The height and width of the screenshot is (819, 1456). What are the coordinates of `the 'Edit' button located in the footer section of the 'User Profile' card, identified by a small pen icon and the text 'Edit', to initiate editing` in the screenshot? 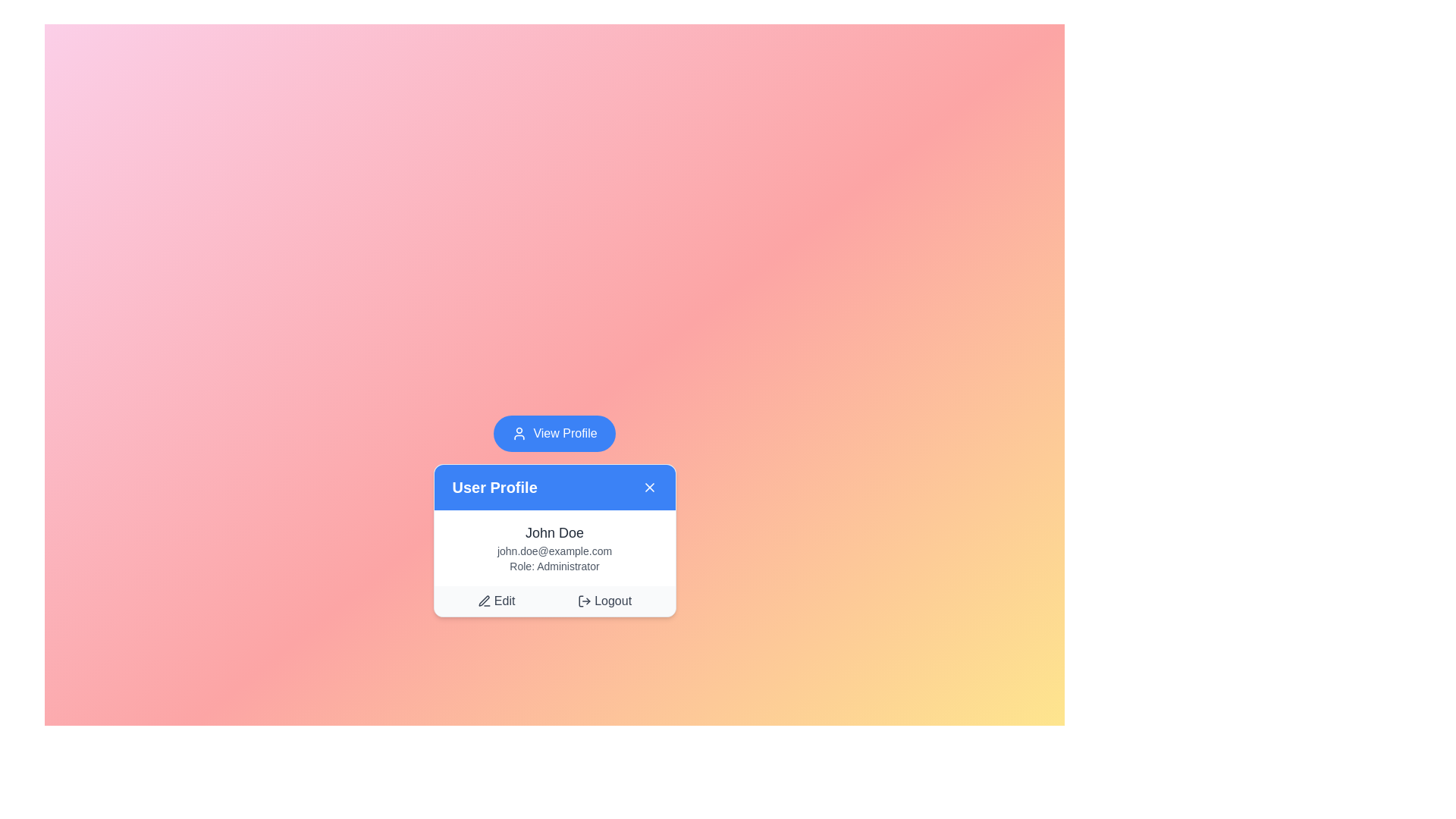 It's located at (496, 601).